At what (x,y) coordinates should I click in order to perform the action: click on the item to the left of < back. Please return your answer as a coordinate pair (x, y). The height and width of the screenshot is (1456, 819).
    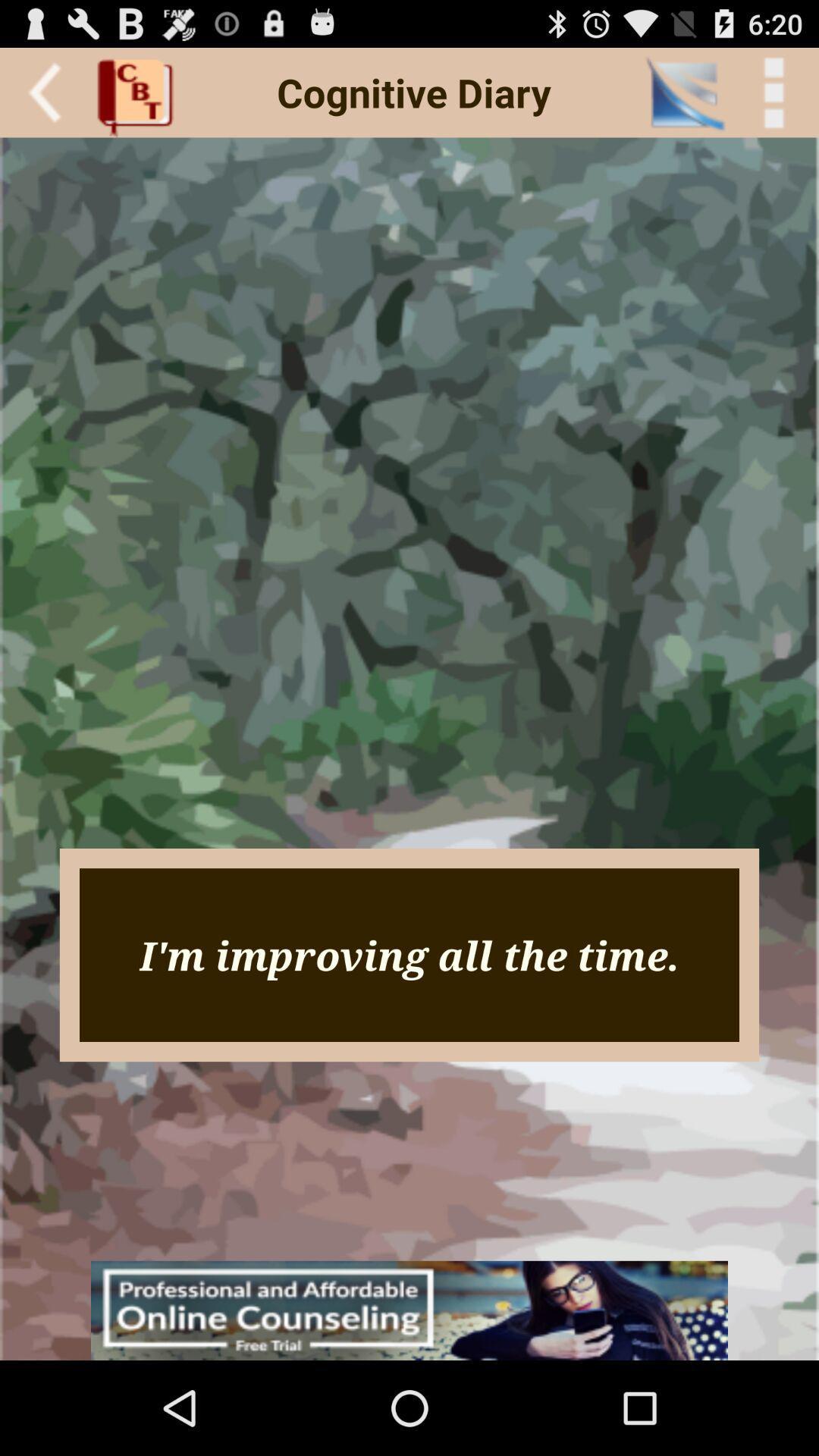
    Looking at the image, I should click on (684, 92).